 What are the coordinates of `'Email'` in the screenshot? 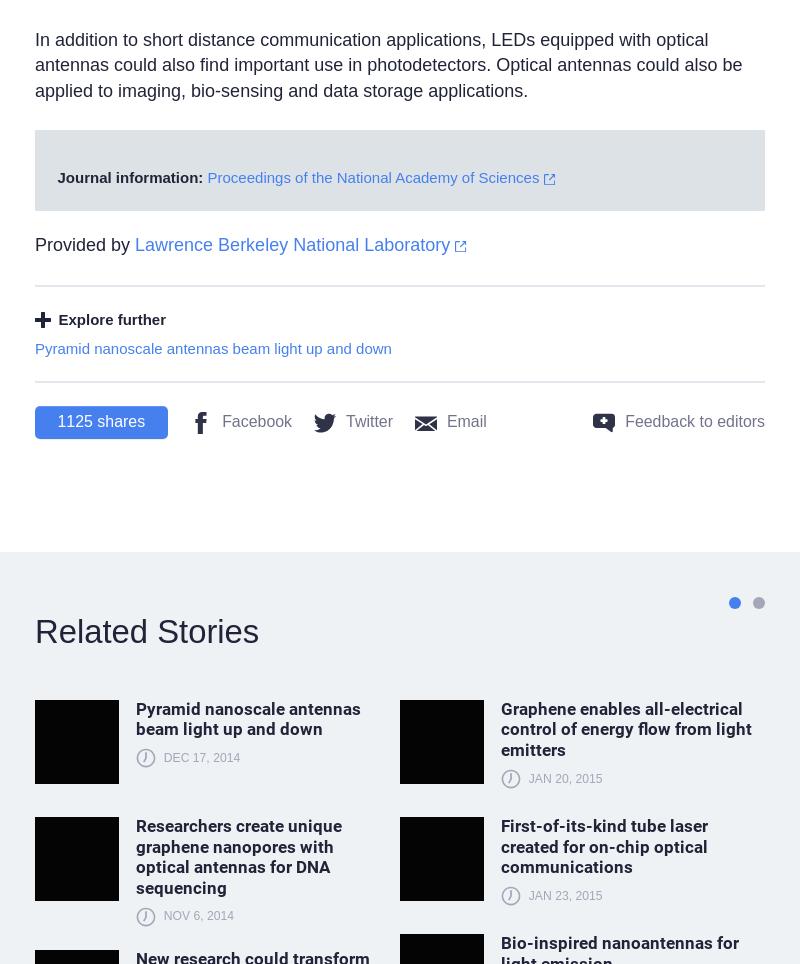 It's located at (445, 420).